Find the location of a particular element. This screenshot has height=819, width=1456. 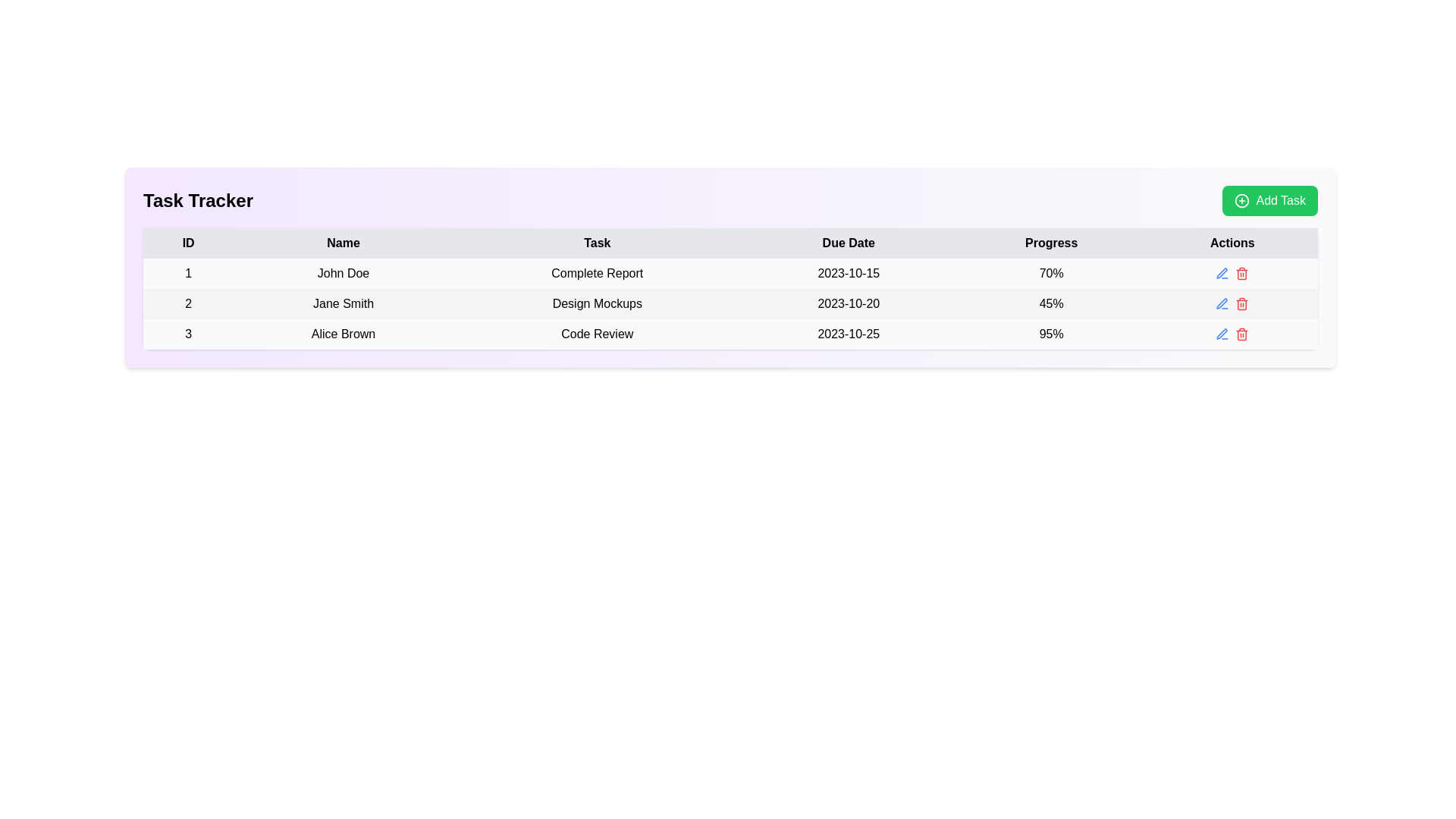

the red trash can icon button is located at coordinates (1241, 274).